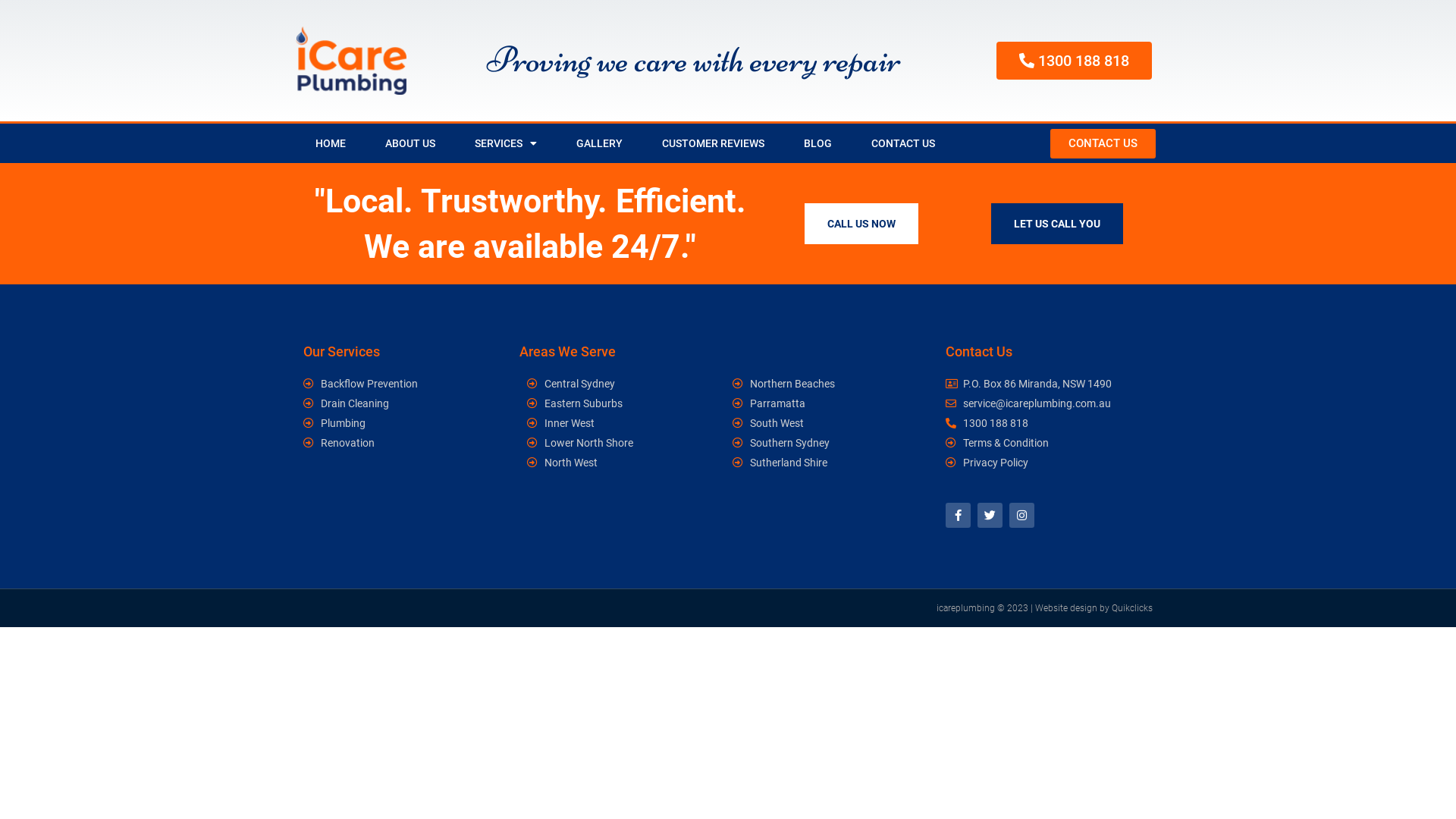 Image resolution: width=1456 pixels, height=819 pixels. I want to click on 'CUSTOMER REVIEWS', so click(712, 143).